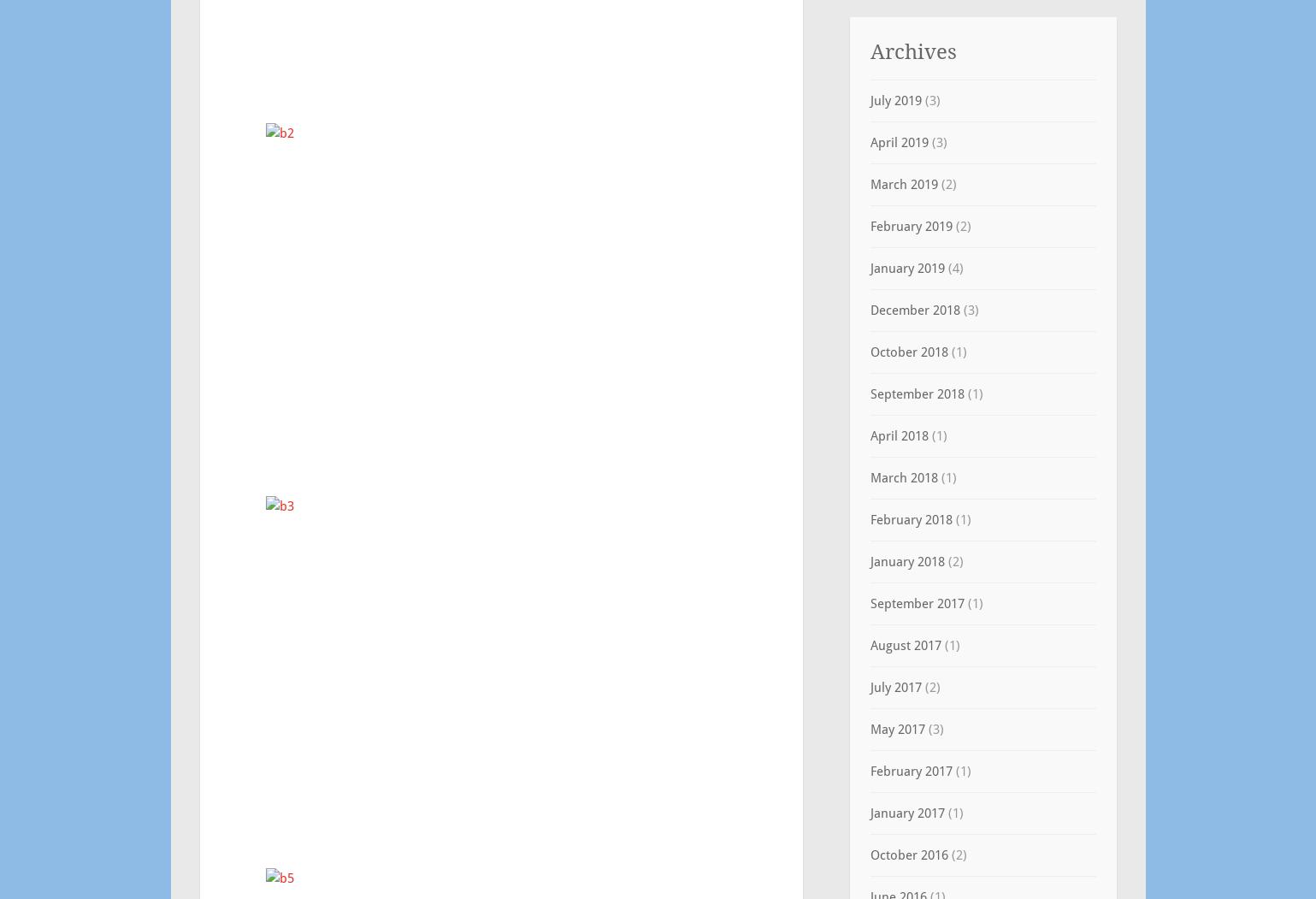 The height and width of the screenshot is (899, 1316). Describe the element at coordinates (906, 813) in the screenshot. I see `'January 2017'` at that location.